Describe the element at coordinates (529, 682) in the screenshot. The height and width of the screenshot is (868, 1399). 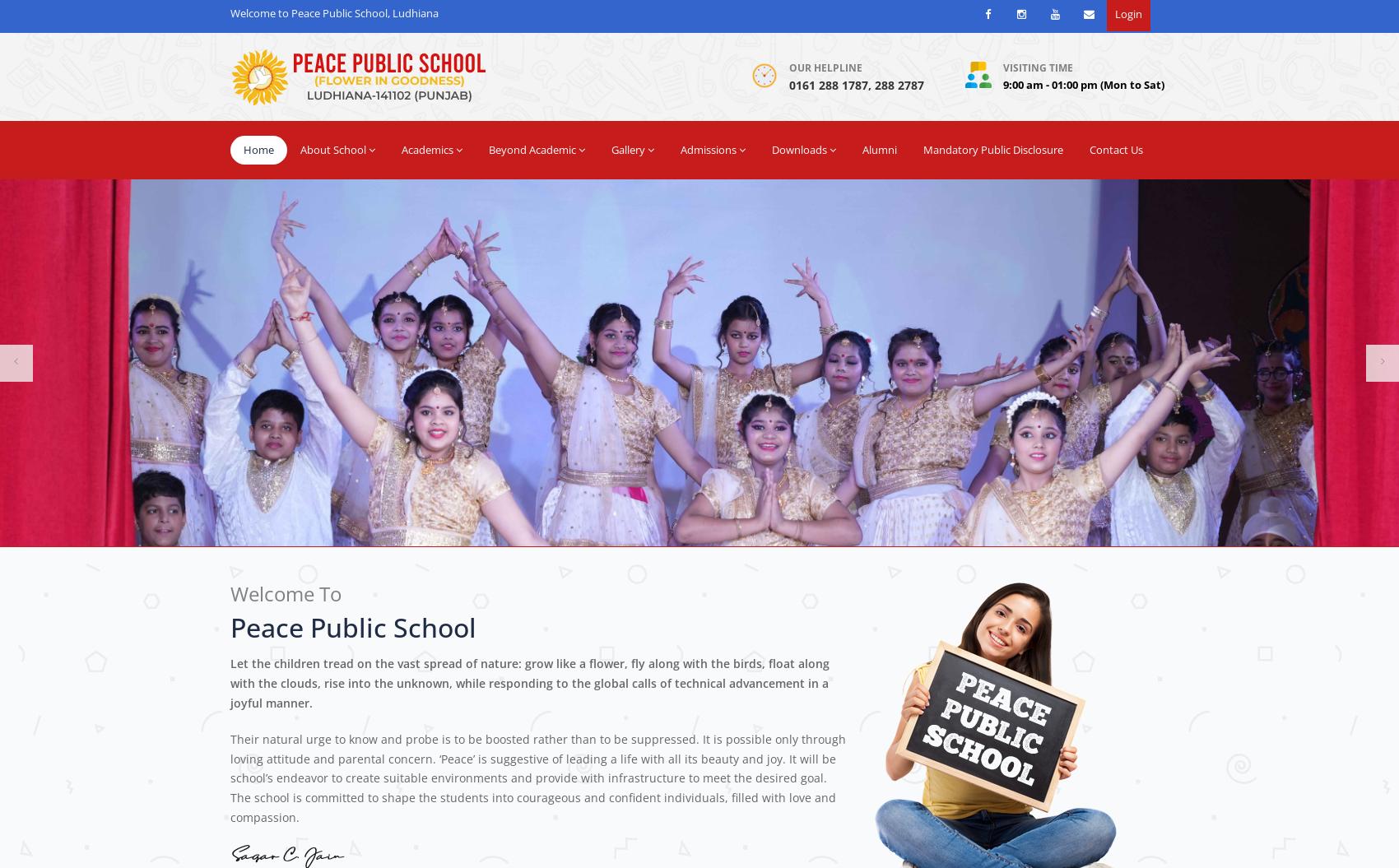
I see `'Let the children tread on the vast spread of nature: grow like a flower, fly along with the birds, float along with the clouds, rise into the unknown, while responding to the global calls of technical advancement in a joyful manner.'` at that location.